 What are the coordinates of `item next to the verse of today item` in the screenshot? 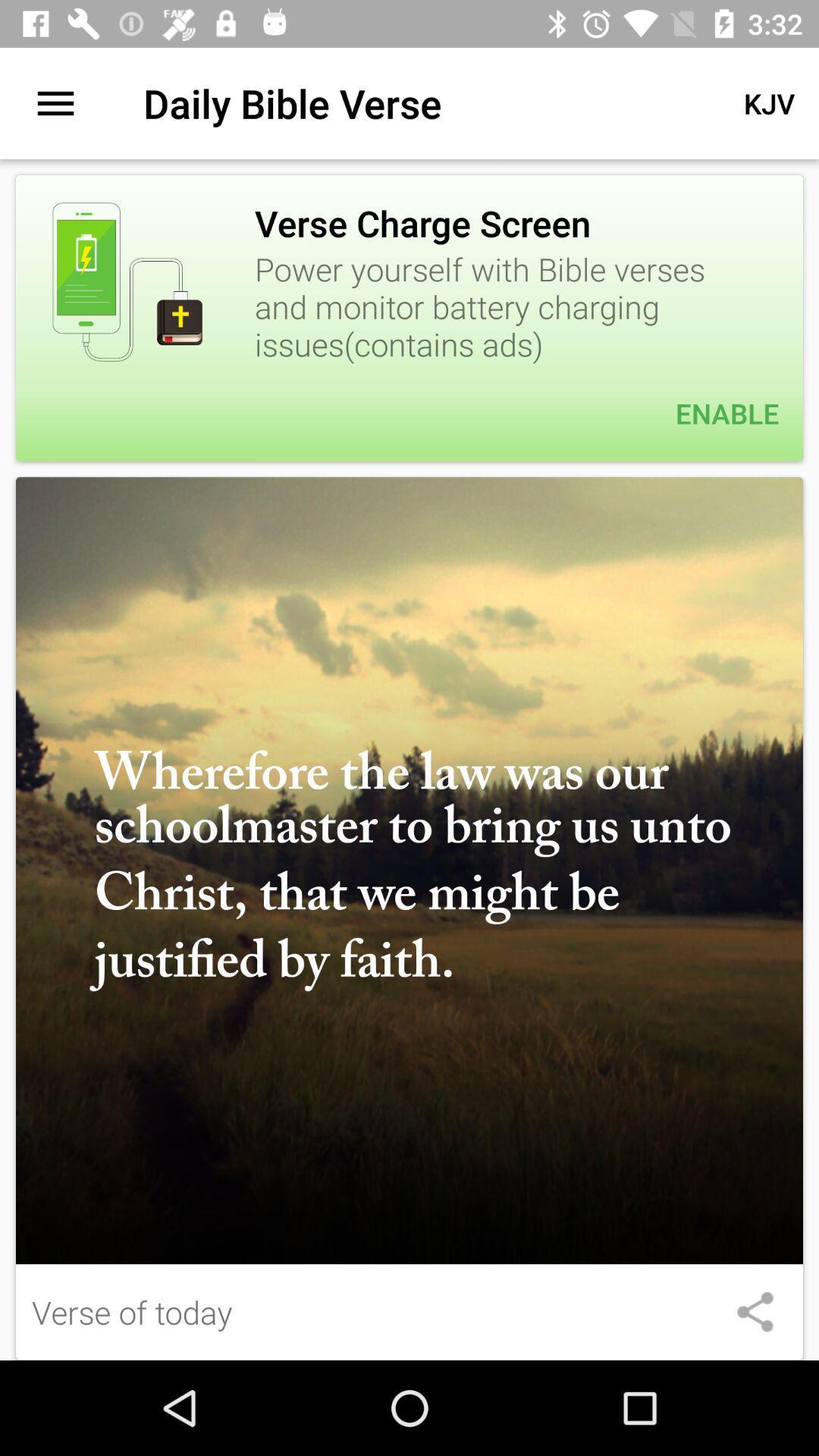 It's located at (755, 1311).